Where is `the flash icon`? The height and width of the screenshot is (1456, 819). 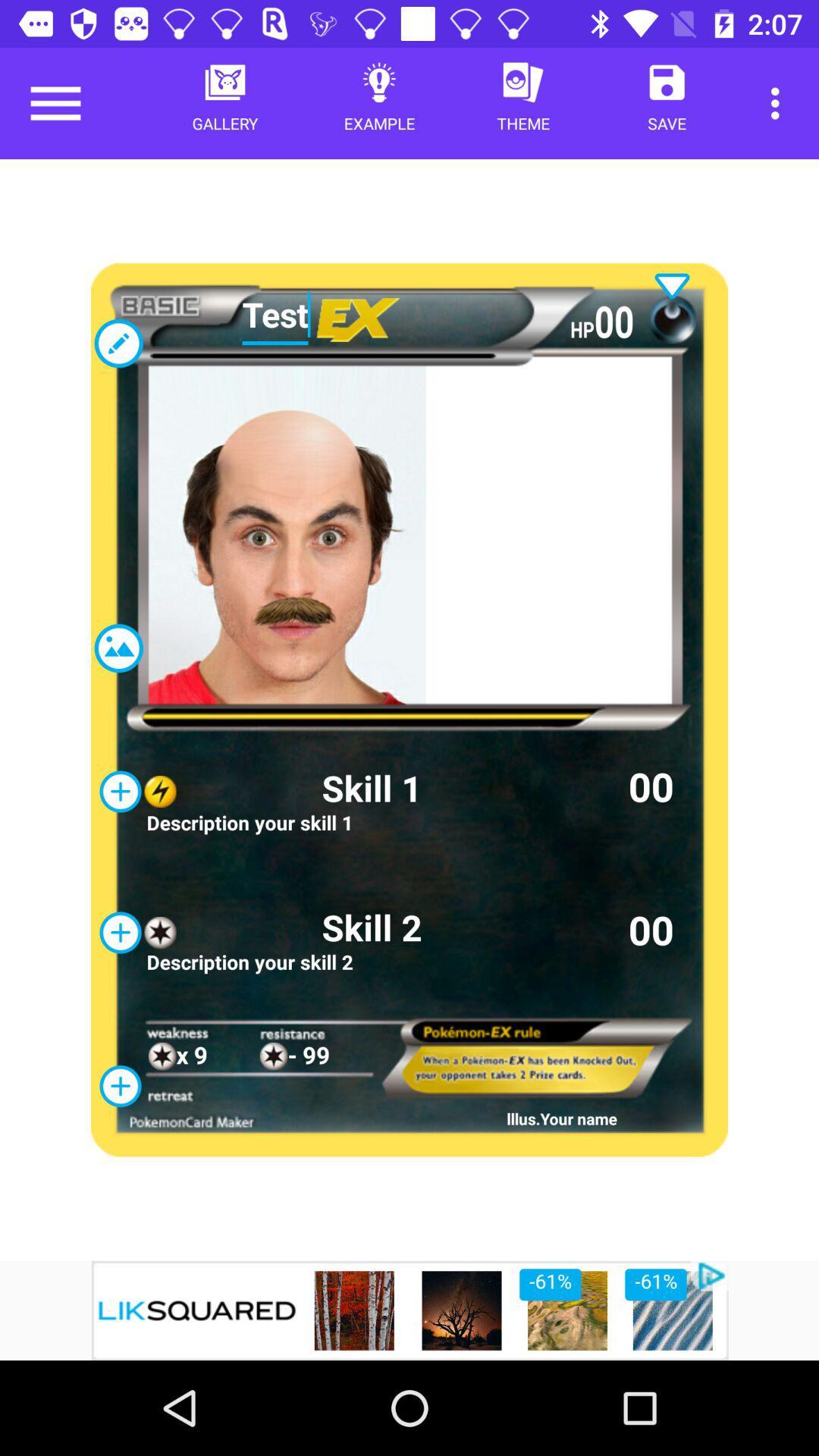 the flash icon is located at coordinates (160, 790).